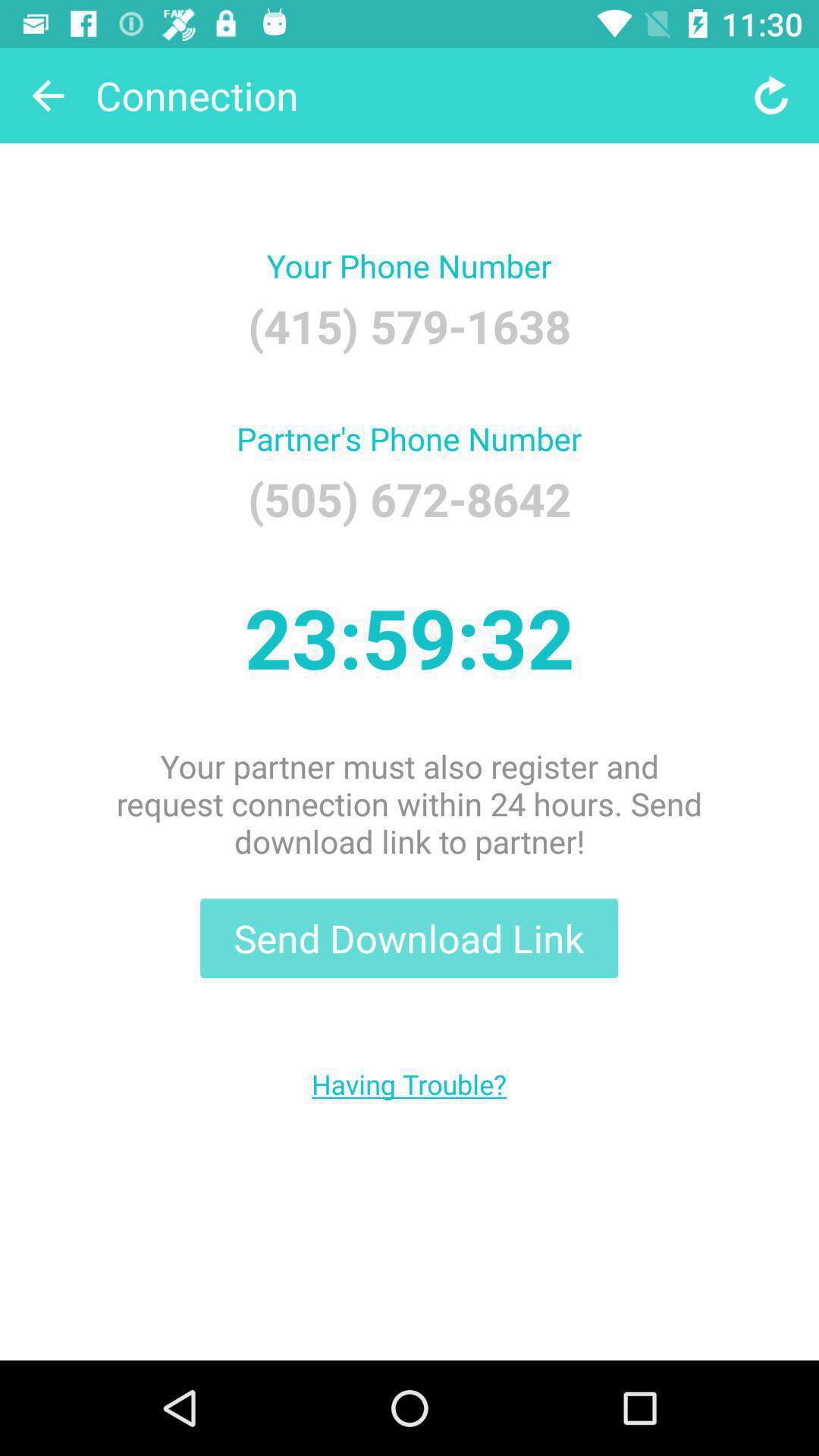 The image size is (819, 1456). Describe the element at coordinates (408, 1083) in the screenshot. I see `the having trouble?` at that location.